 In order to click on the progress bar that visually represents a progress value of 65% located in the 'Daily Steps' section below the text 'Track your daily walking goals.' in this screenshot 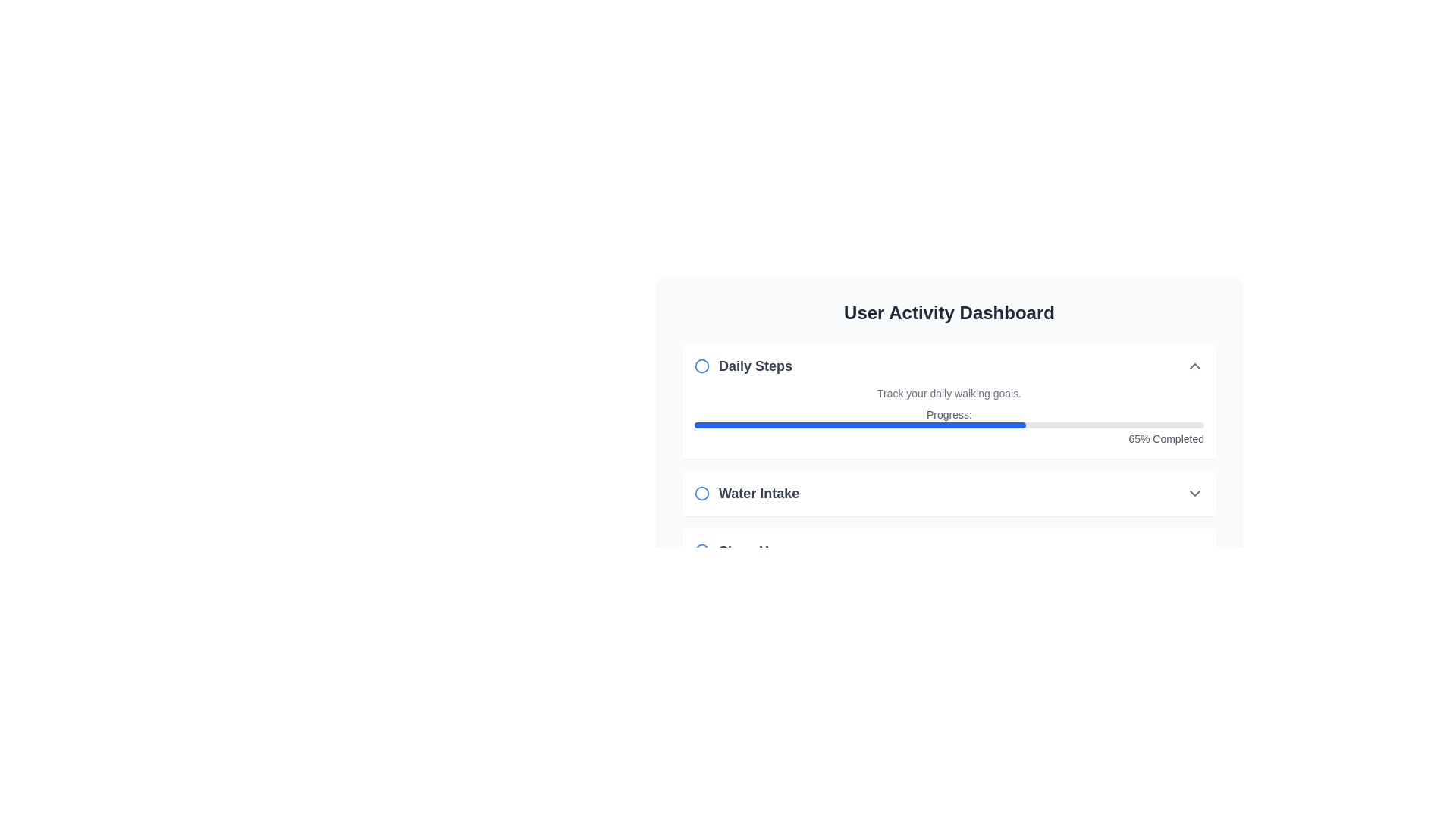, I will do `click(949, 427)`.